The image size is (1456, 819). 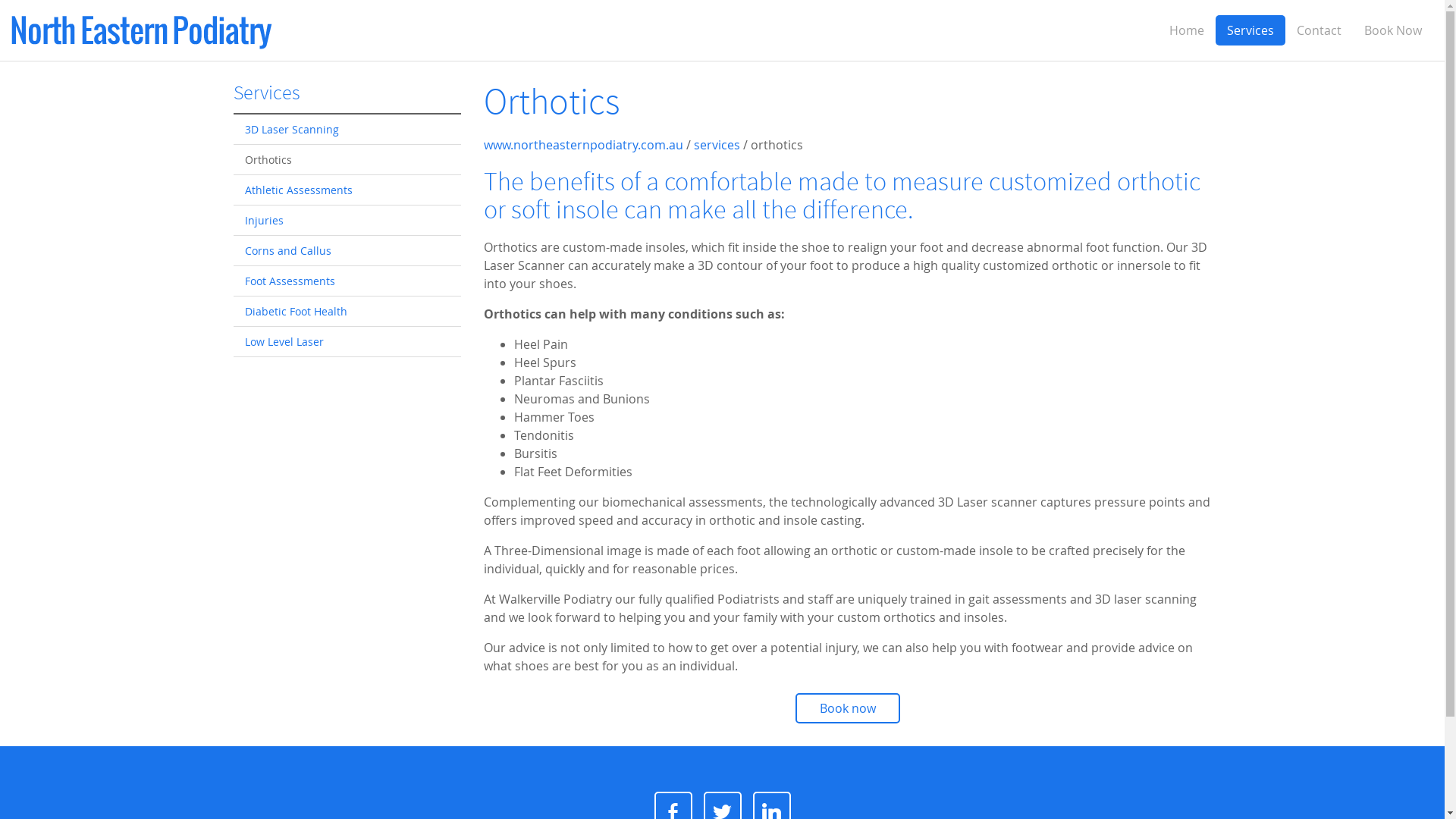 What do you see at coordinates (1393, 30) in the screenshot?
I see `'Book Now'` at bounding box center [1393, 30].